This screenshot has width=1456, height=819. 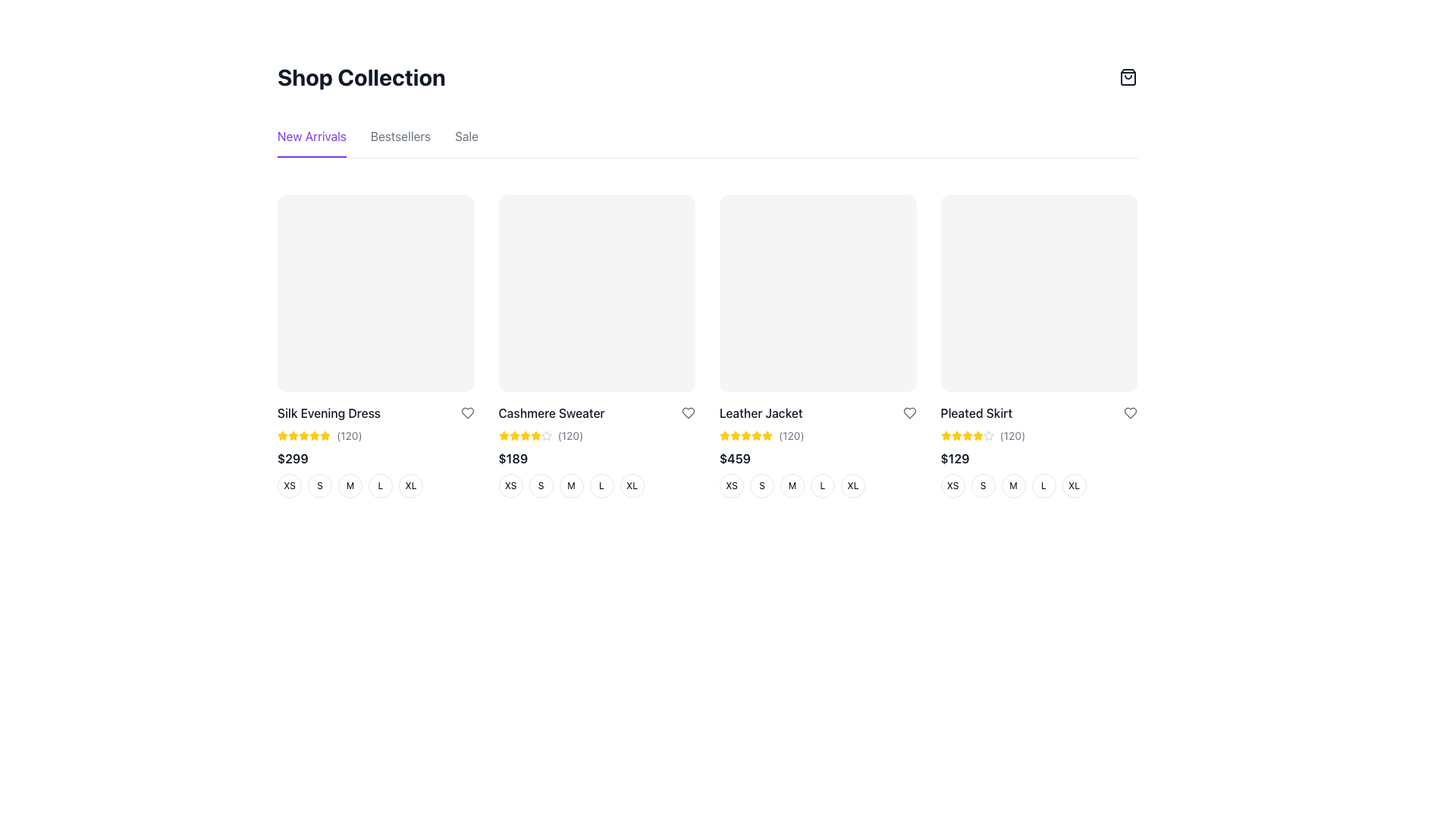 I want to click on the second tab in the Tab group below the 'Shop Collection' title, so click(x=706, y=143).